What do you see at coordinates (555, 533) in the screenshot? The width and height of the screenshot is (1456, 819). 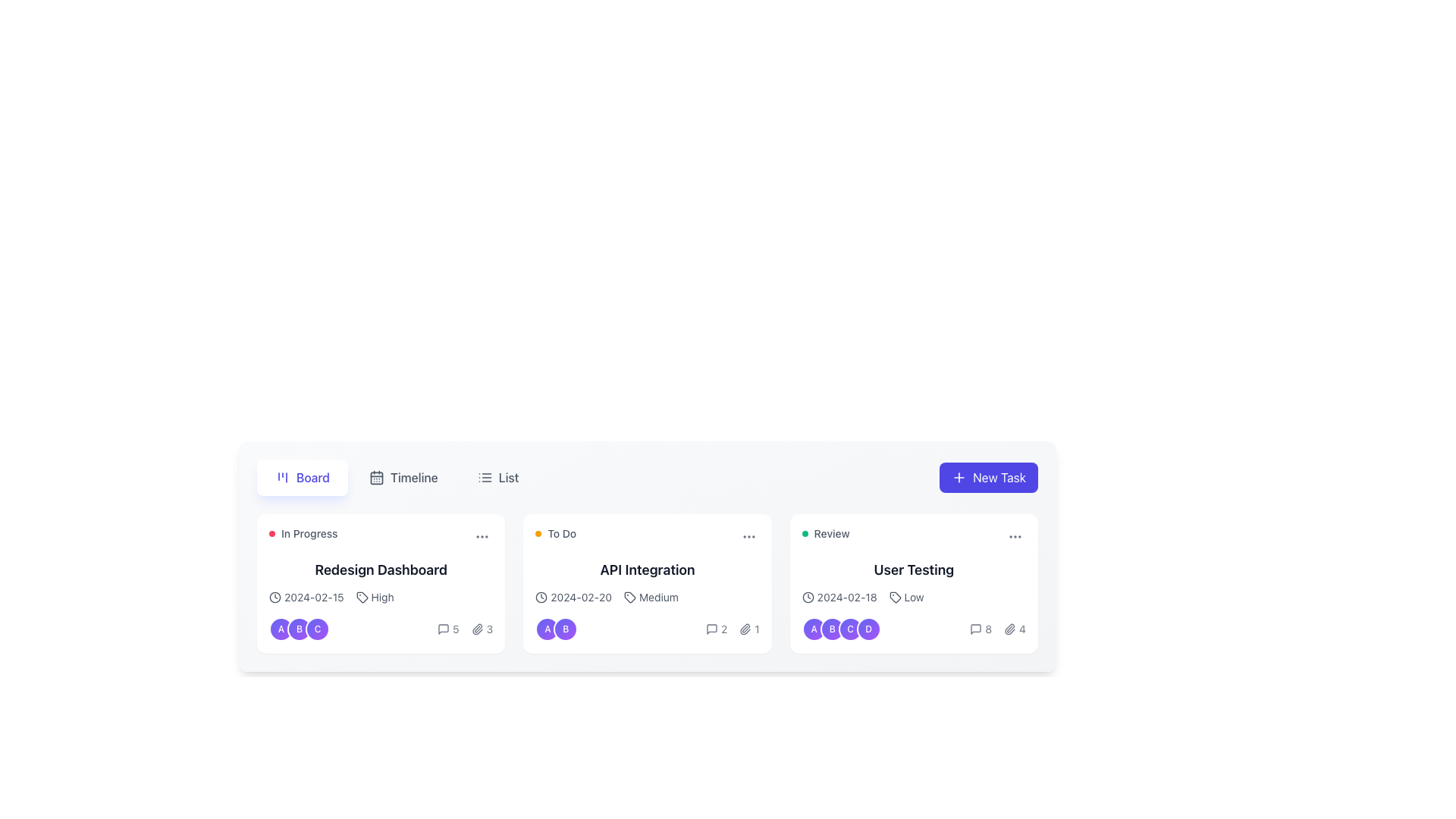 I see `the 'To Do' status label located at the top-left corner of the second task card, which is aligned horizontally with the amber circular indicator` at bounding box center [555, 533].